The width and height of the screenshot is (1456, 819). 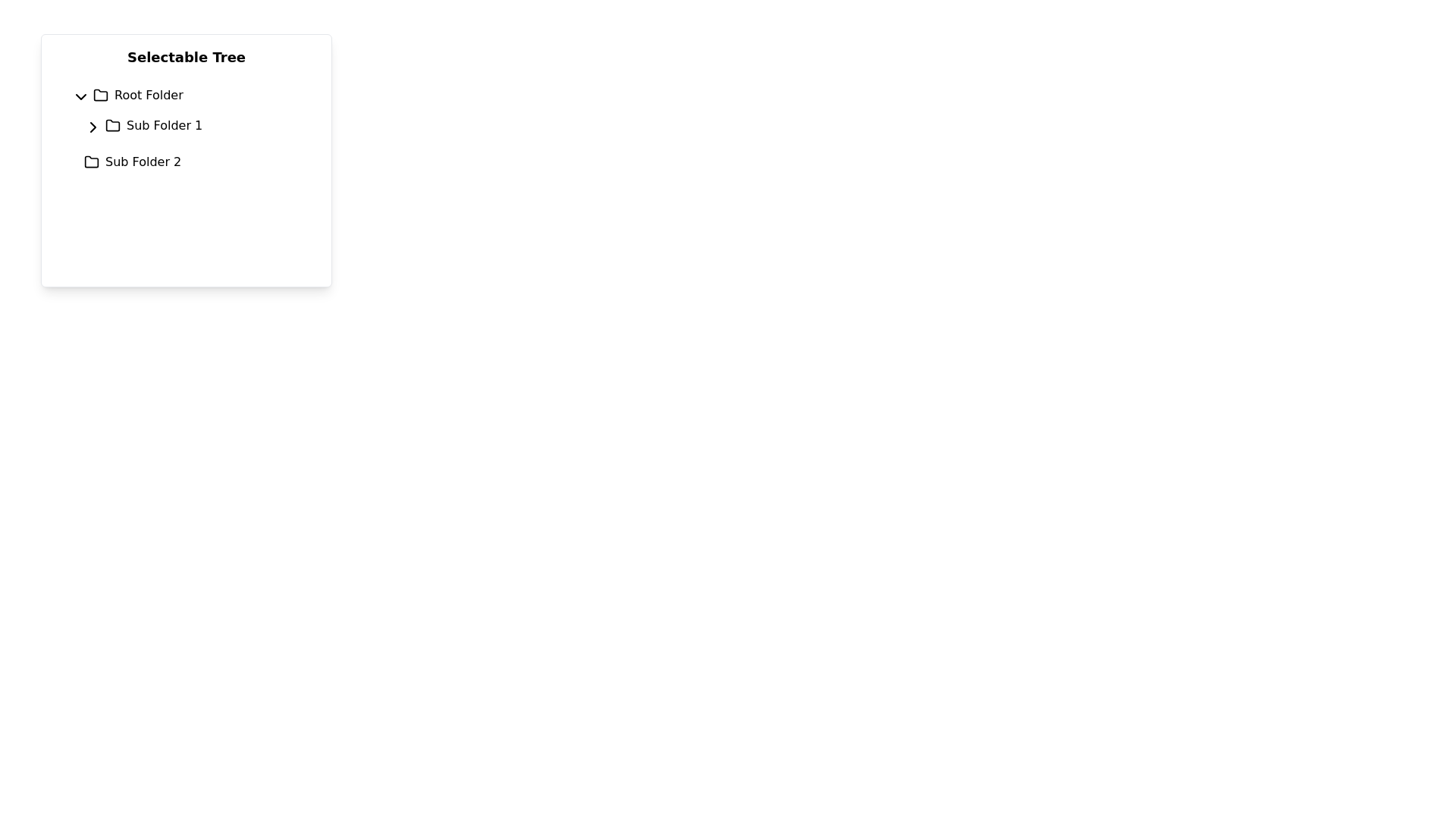 What do you see at coordinates (100, 95) in the screenshot?
I see `the SVG graphic of the folder icon representing the 'Root Folder'` at bounding box center [100, 95].